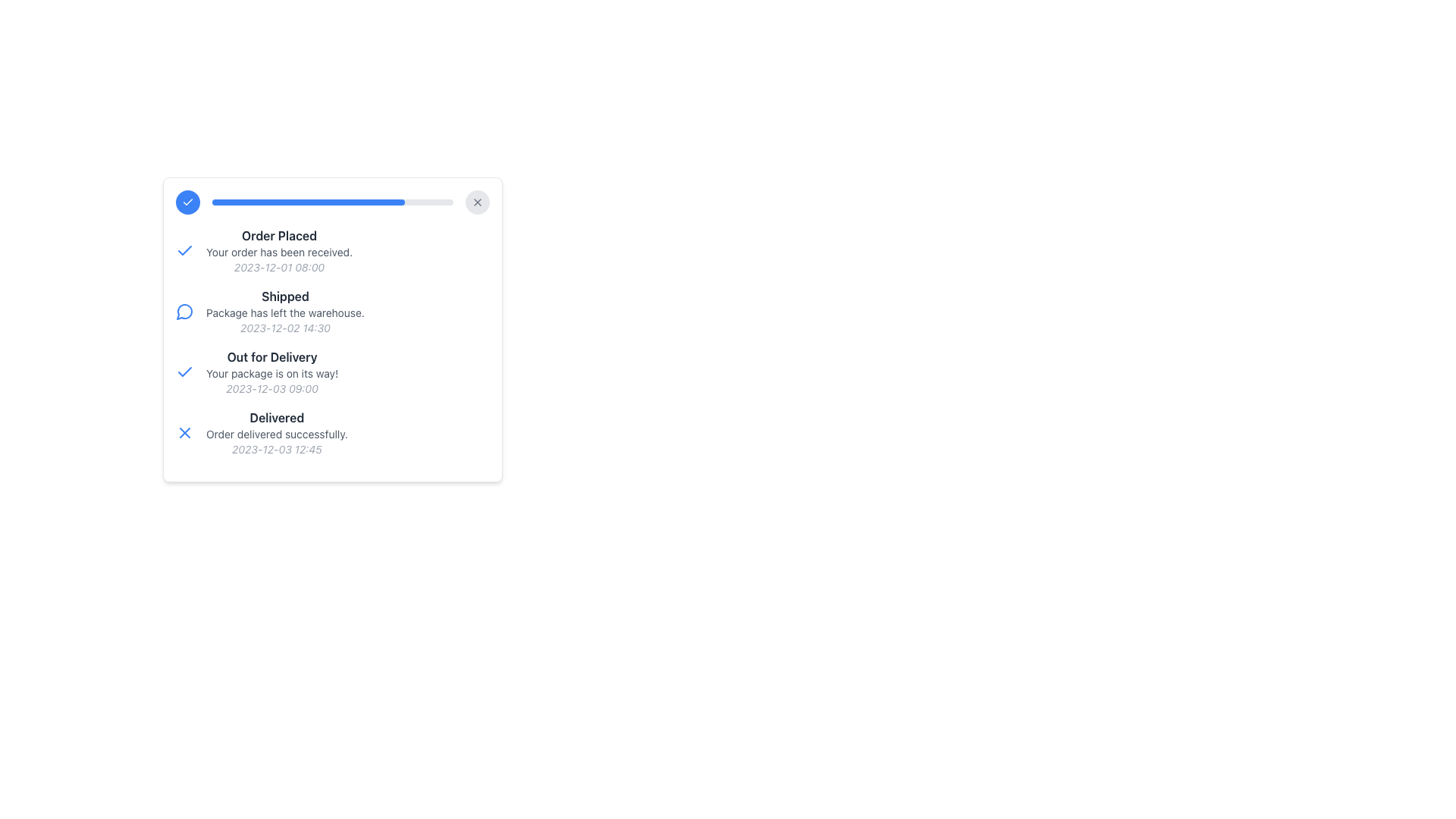  What do you see at coordinates (476, 201) in the screenshot?
I see `the close or cancel button located at the top-right edge of the status panel` at bounding box center [476, 201].